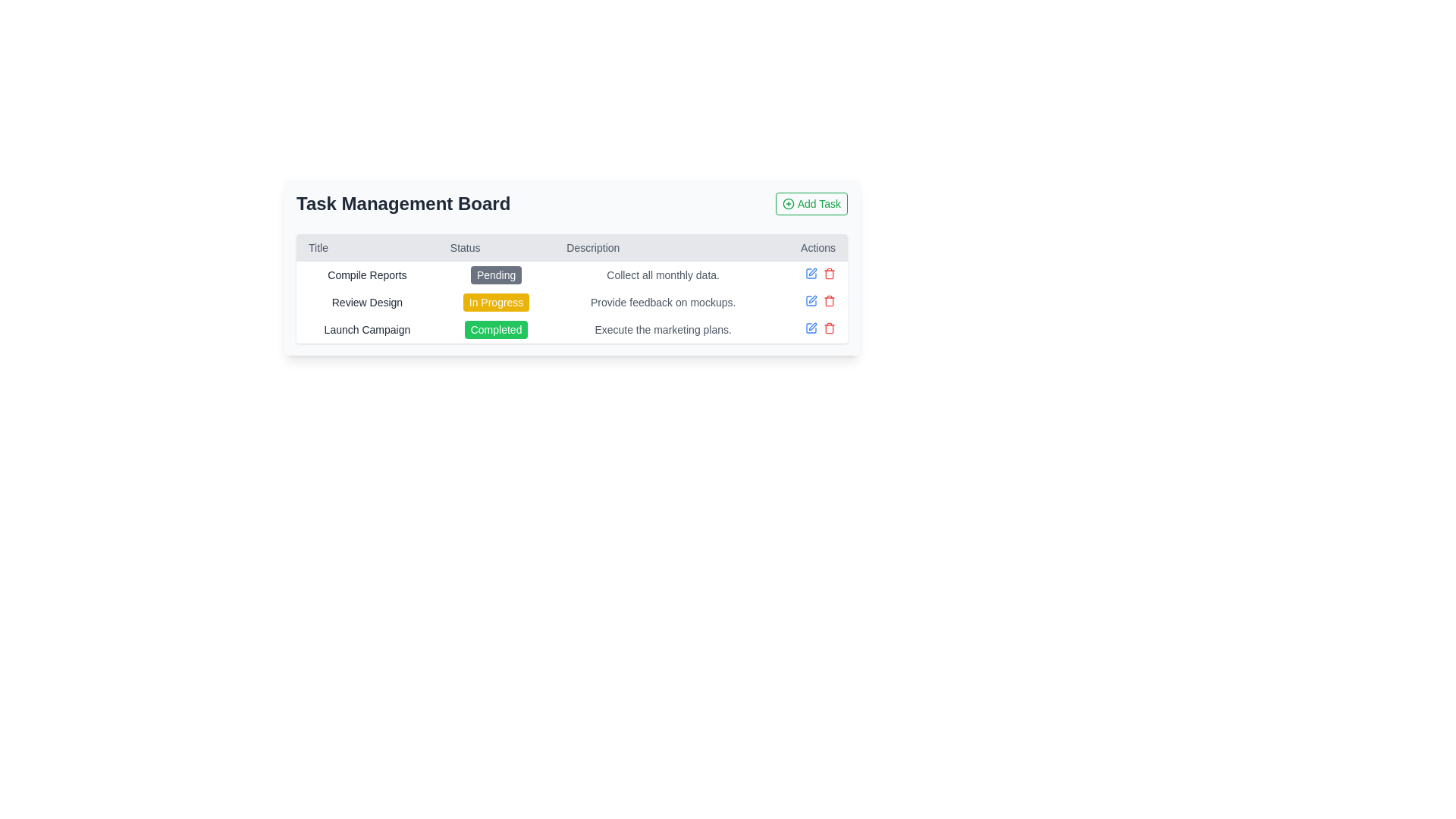 This screenshot has height=819, width=1456. Describe the element at coordinates (367, 329) in the screenshot. I see `the 'Launch Campaign' text label` at that location.